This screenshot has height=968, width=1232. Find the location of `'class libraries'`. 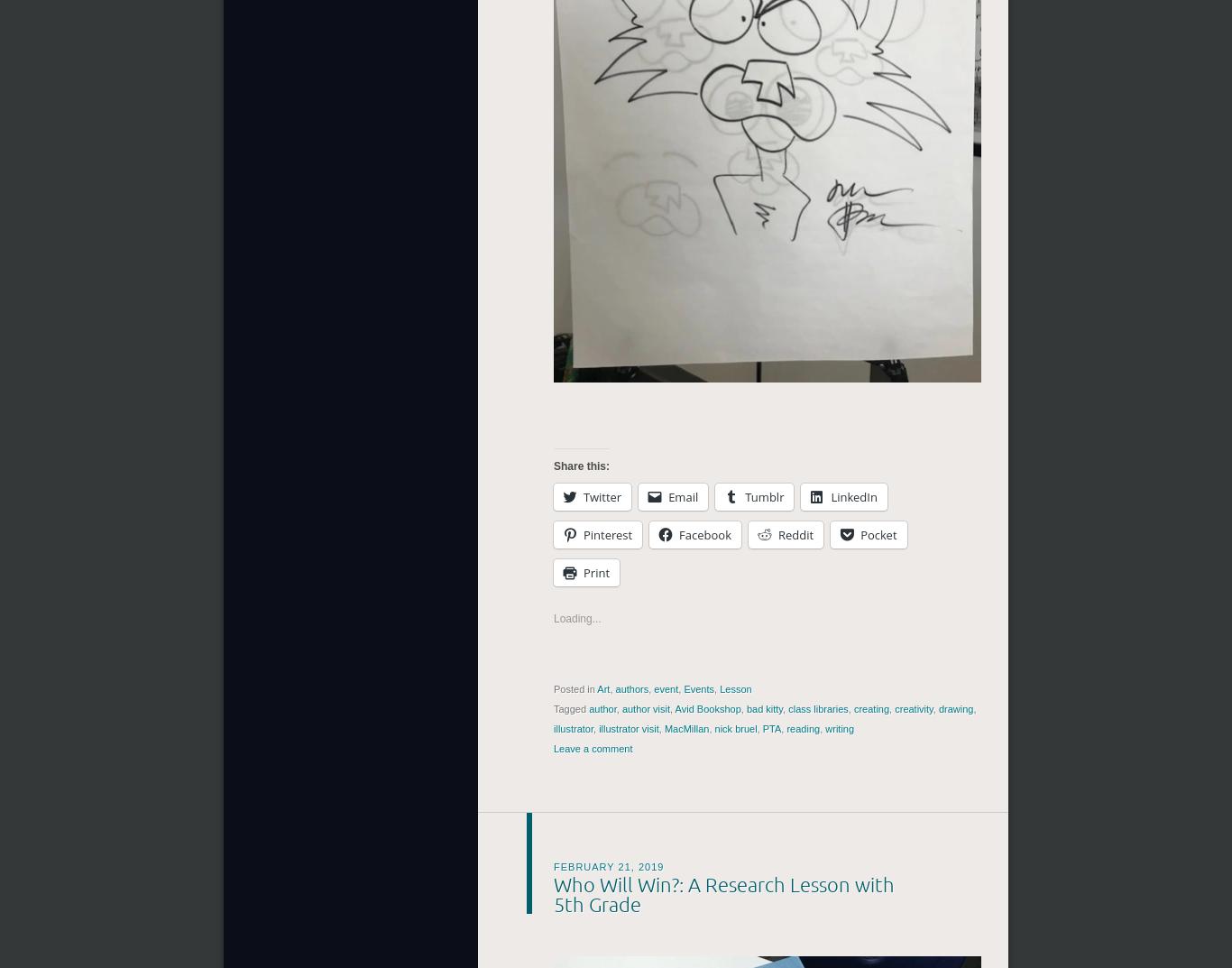

'class libraries' is located at coordinates (817, 708).